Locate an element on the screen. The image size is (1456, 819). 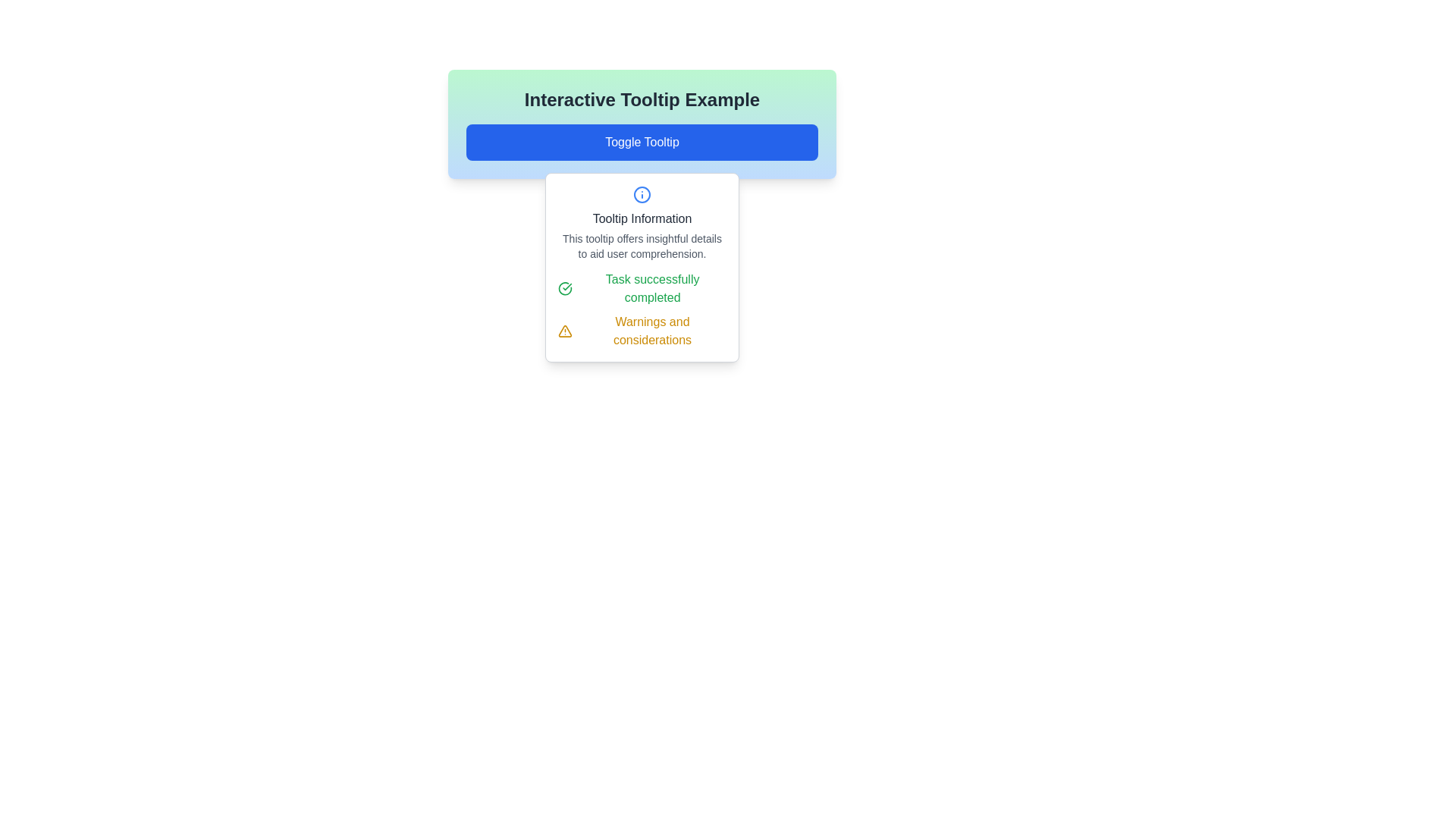
the static text label reading 'Warnings and considerations', which is styled in yellow-orange color and located at the bottom of the tooltip card is located at coordinates (652, 330).